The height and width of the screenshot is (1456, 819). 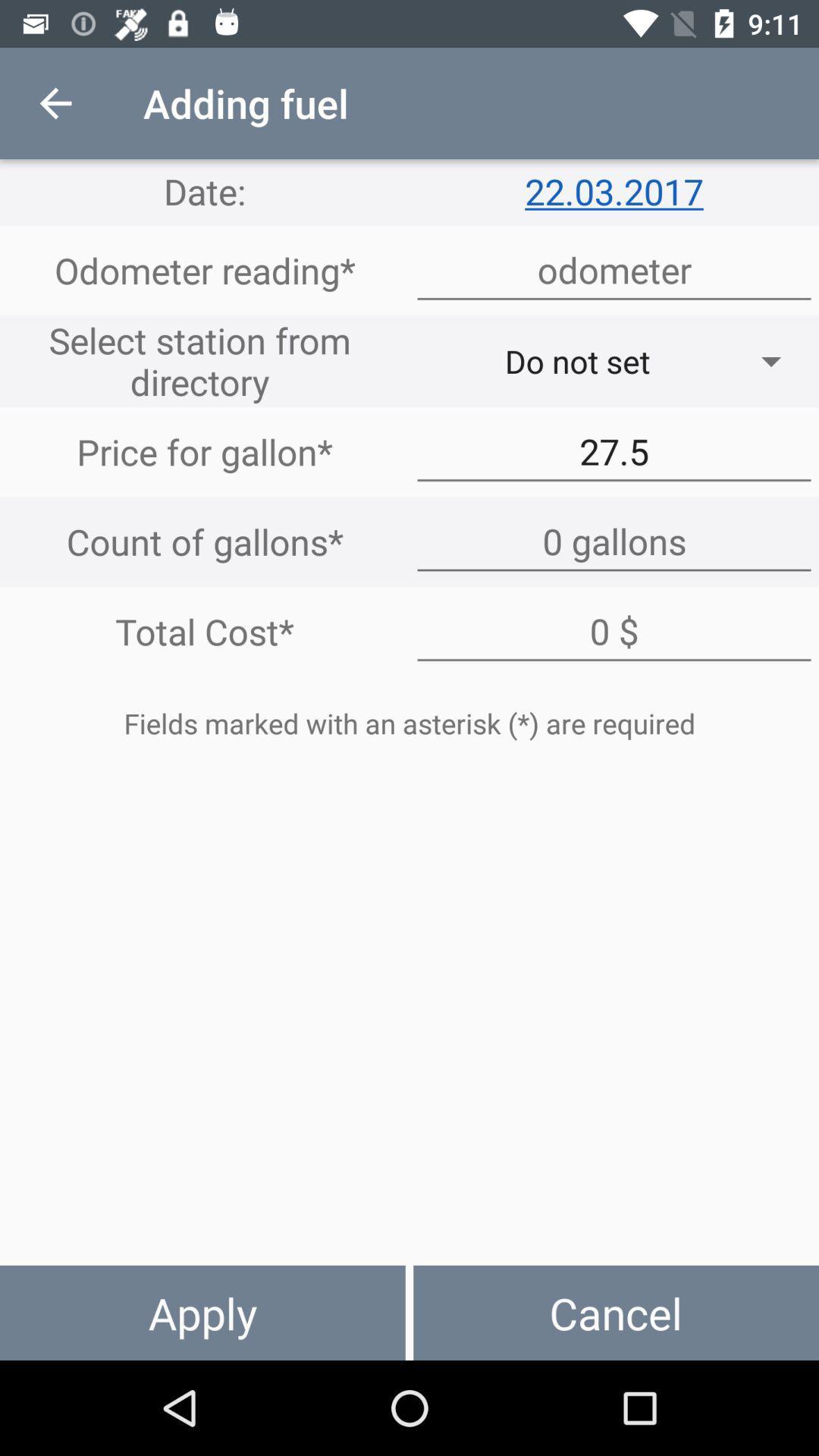 I want to click on gallons count entry, so click(x=614, y=541).